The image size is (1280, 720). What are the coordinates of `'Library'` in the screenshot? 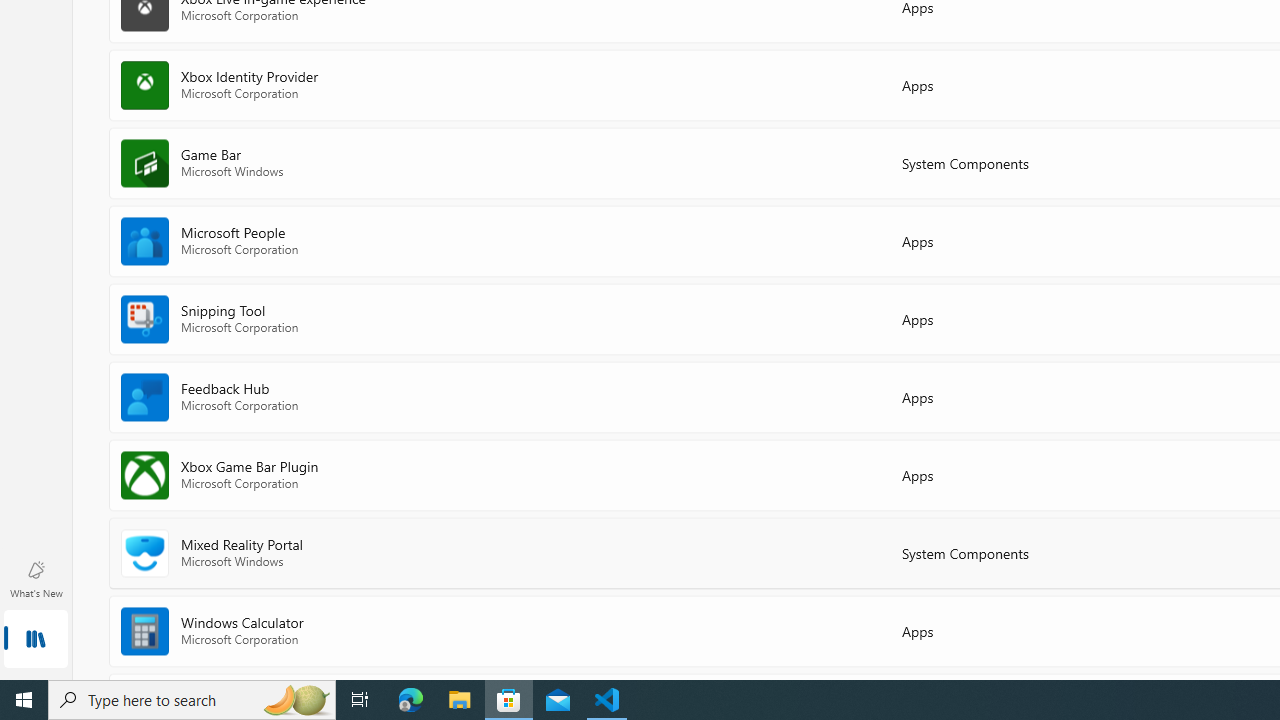 It's located at (35, 640).